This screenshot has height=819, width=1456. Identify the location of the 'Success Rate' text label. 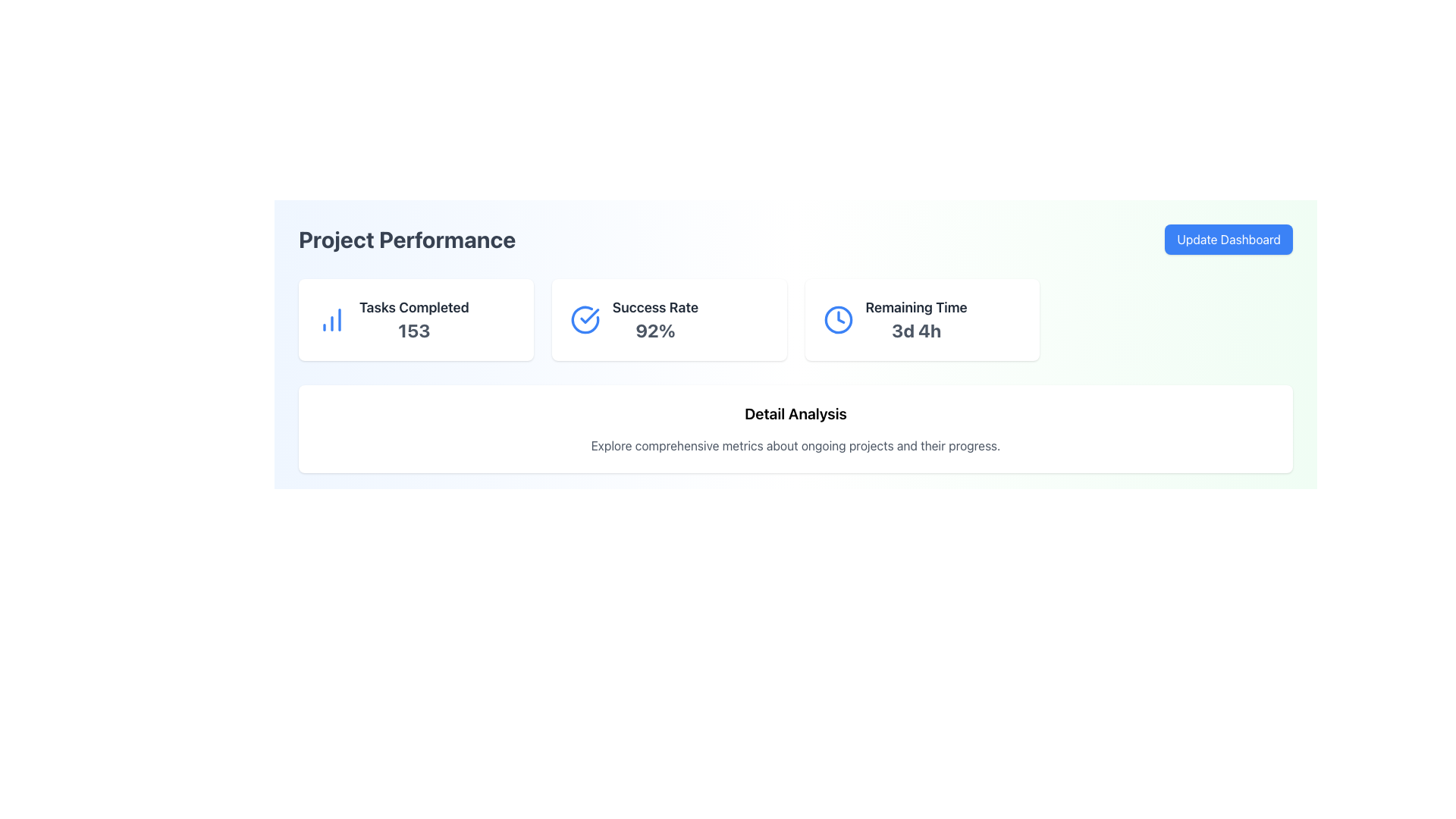
(655, 329).